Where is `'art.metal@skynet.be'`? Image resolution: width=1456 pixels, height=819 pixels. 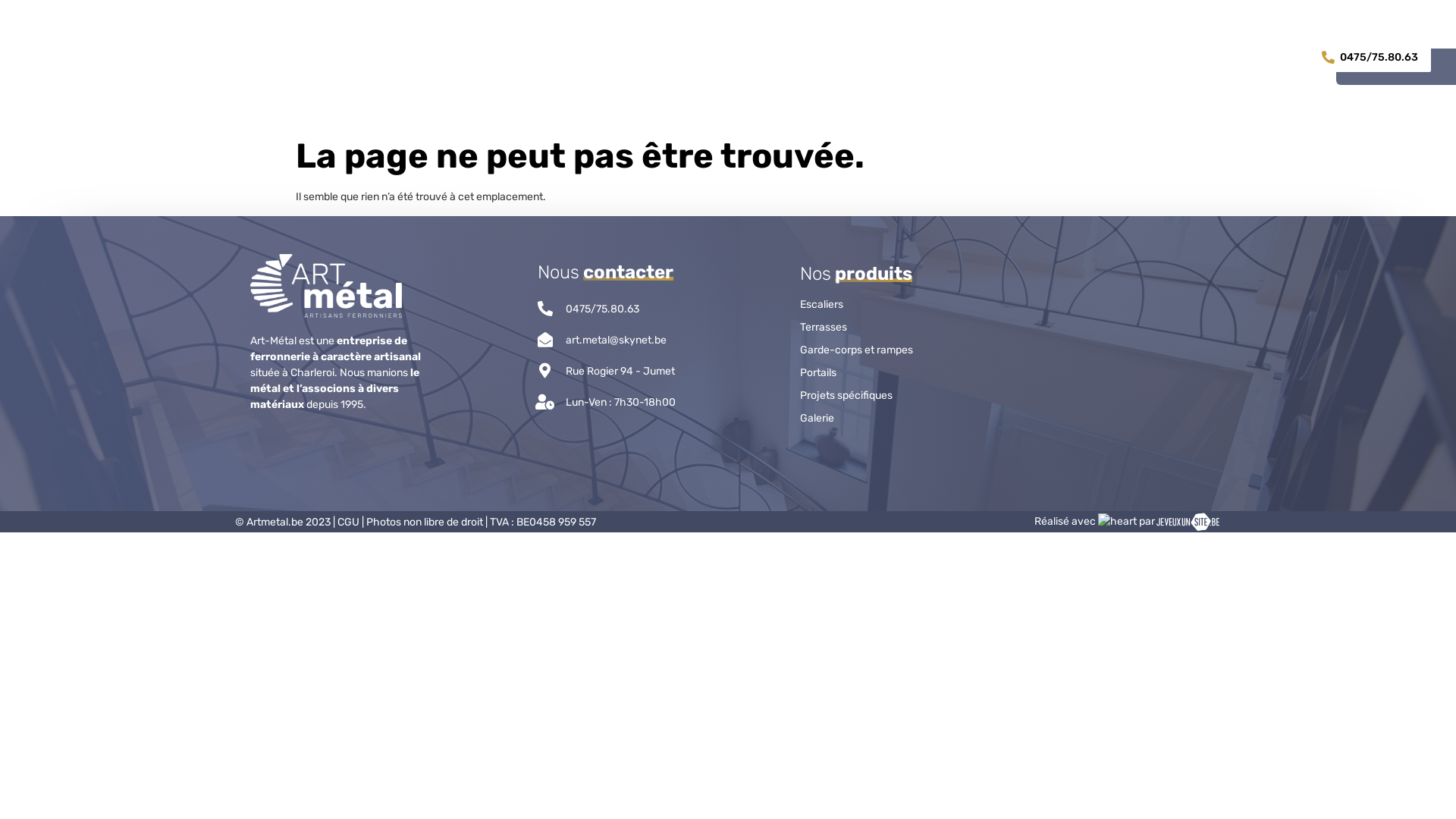 'art.metal@skynet.be' is located at coordinates (616, 339).